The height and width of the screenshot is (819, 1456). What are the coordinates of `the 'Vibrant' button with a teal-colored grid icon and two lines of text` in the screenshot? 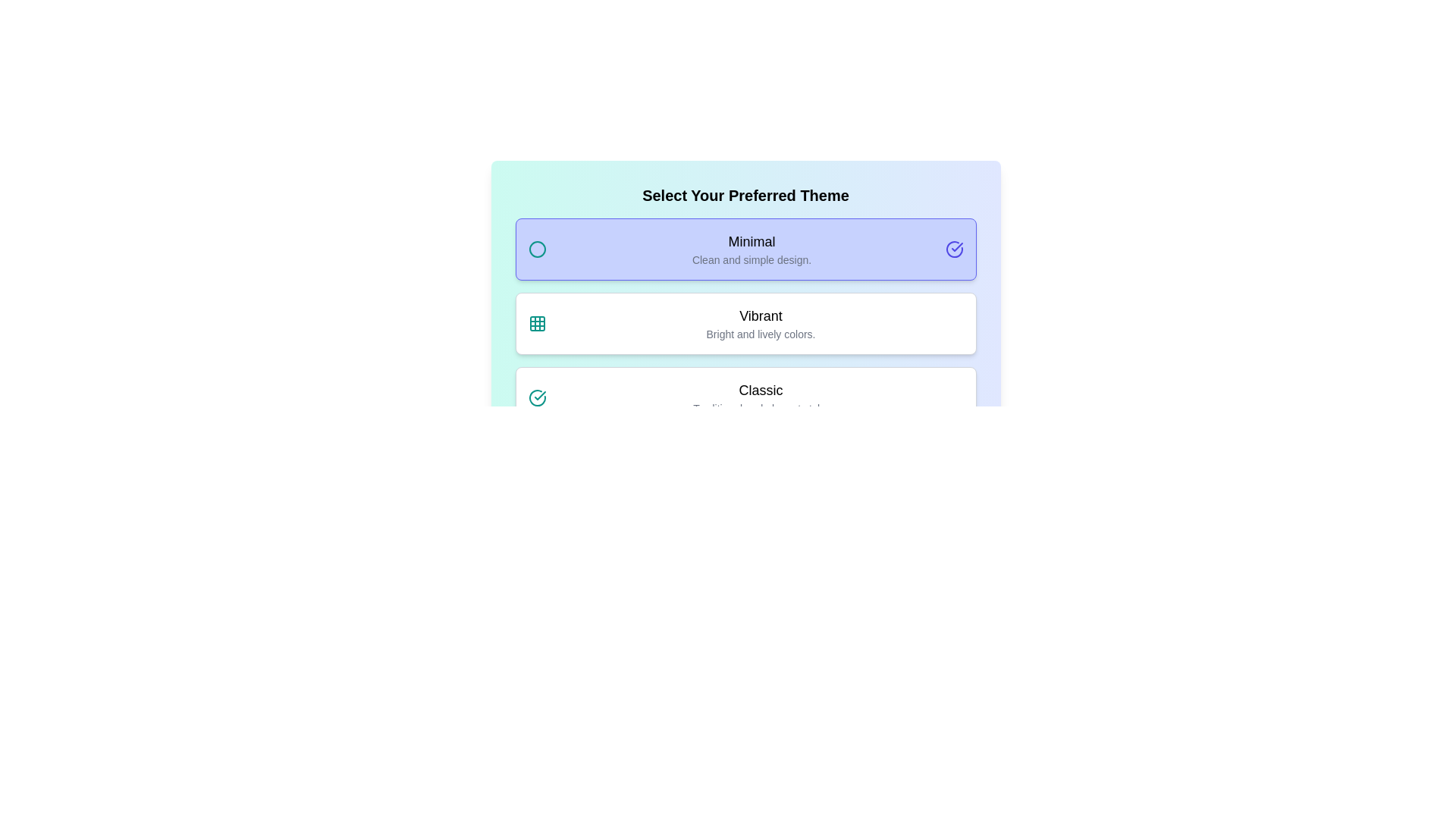 It's located at (745, 323).